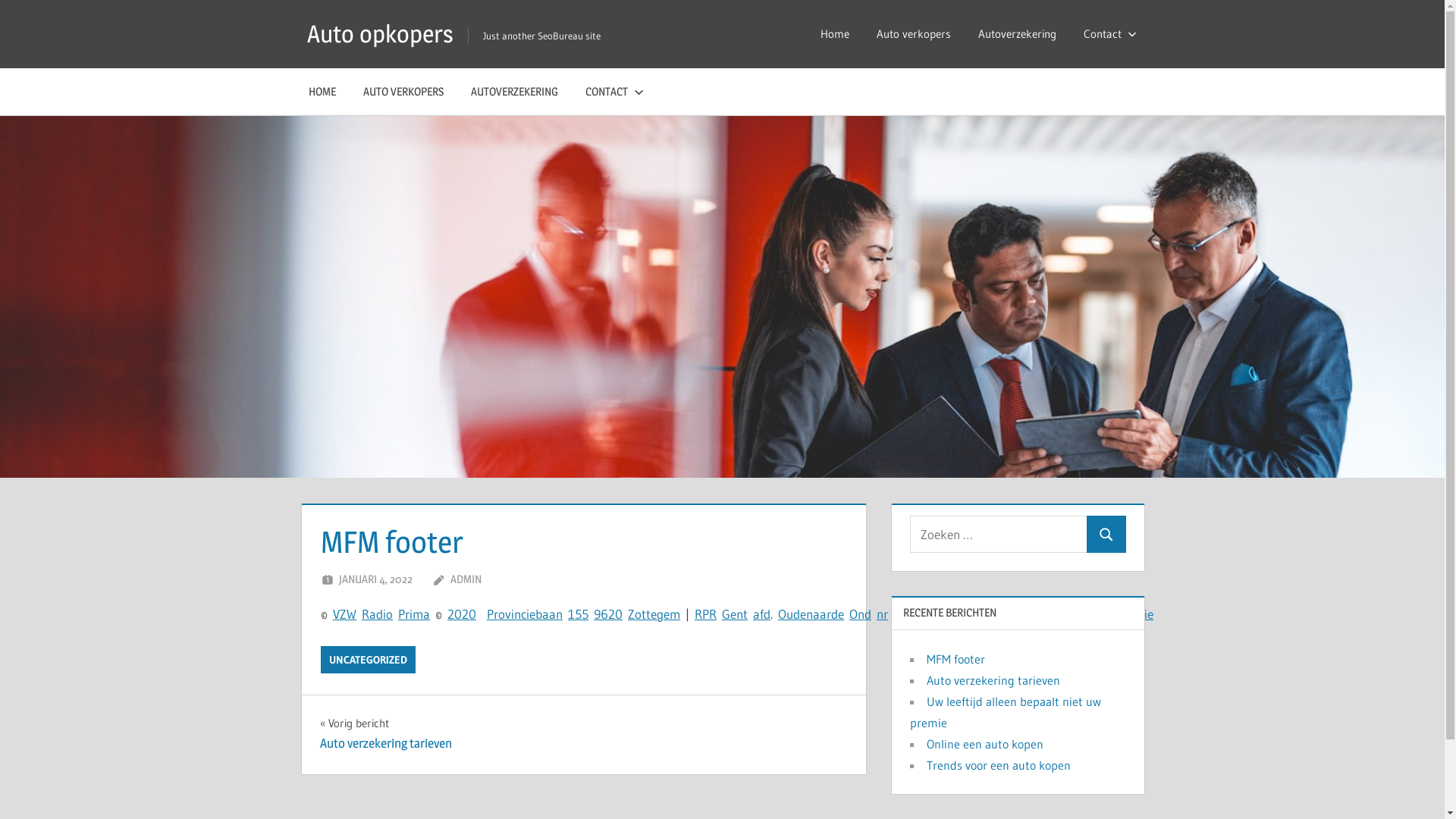 The image size is (1456, 819). Describe the element at coordinates (472, 613) in the screenshot. I see `'0'` at that location.